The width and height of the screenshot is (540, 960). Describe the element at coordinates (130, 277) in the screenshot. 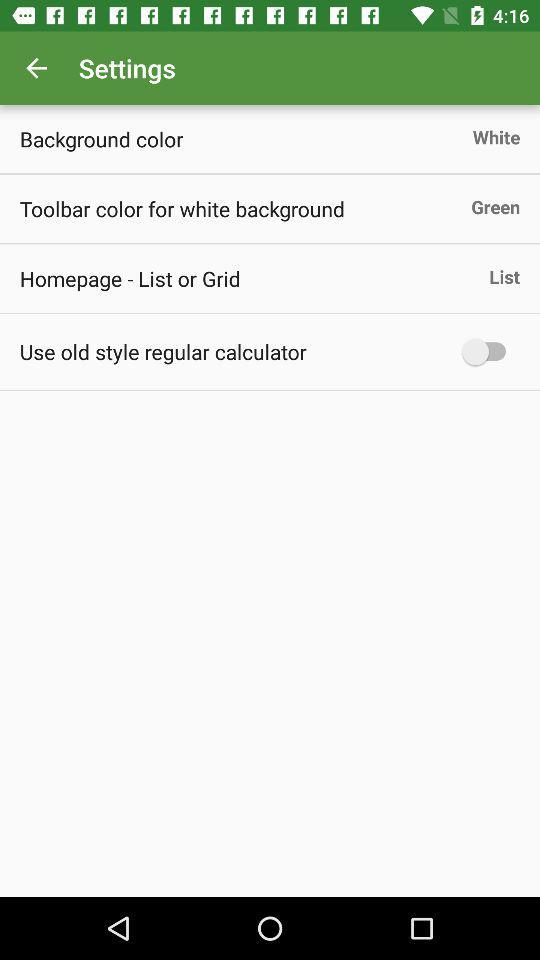

I see `the icon below the toolbar color for icon` at that location.